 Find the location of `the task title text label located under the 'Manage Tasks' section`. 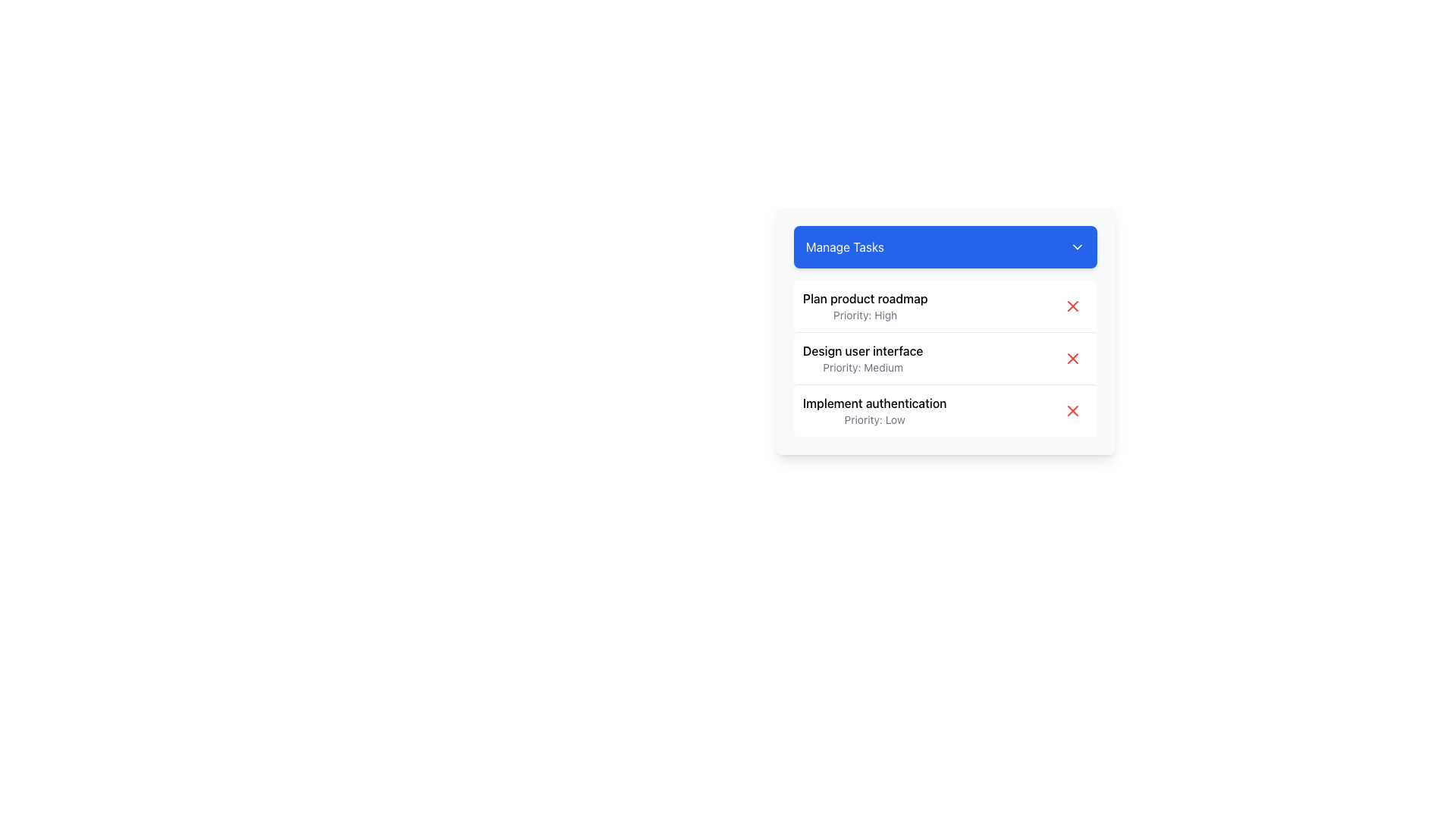

the task title text label located under the 'Manage Tasks' section is located at coordinates (865, 298).